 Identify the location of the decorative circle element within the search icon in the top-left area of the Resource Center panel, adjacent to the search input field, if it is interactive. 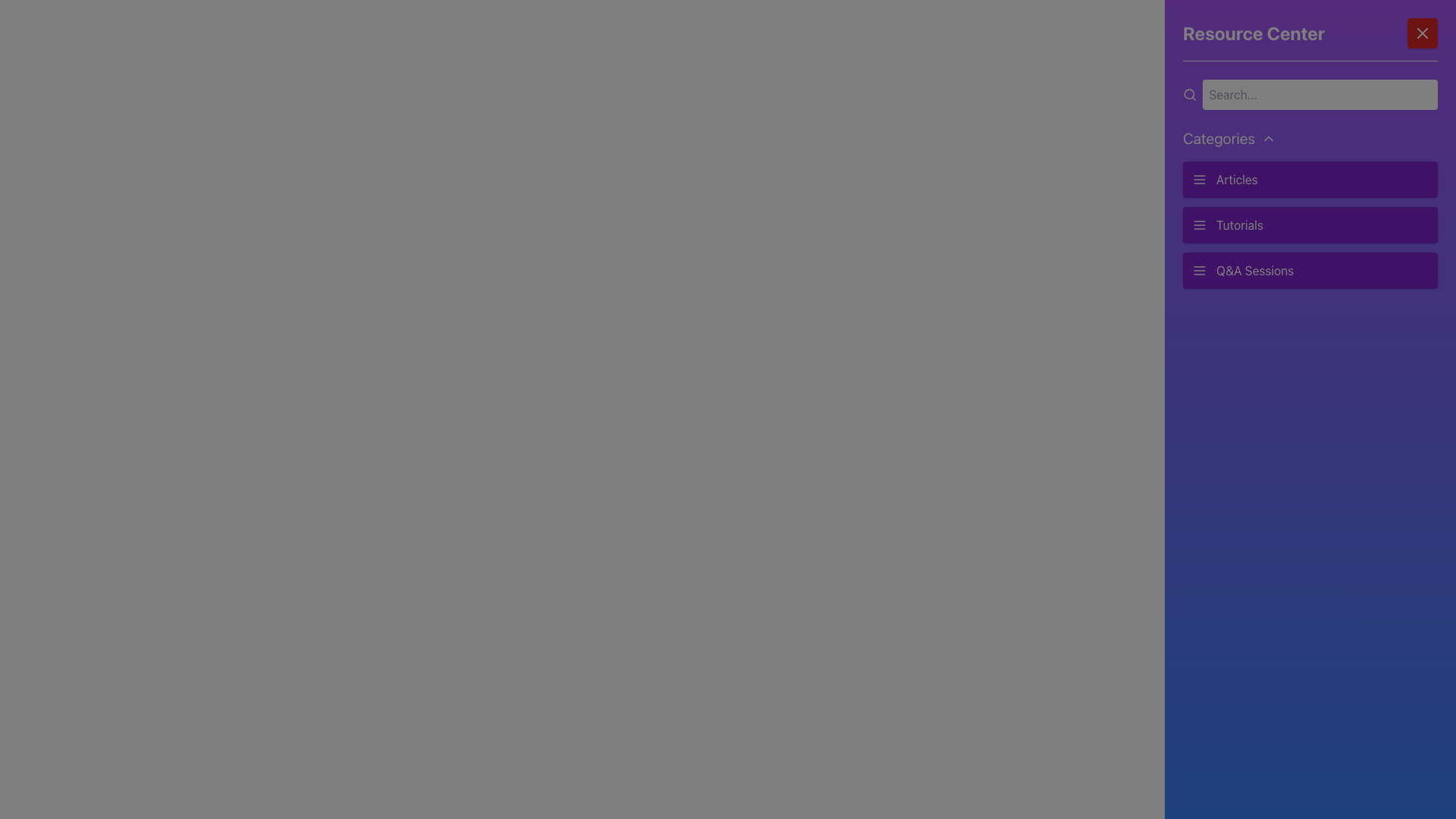
(1188, 94).